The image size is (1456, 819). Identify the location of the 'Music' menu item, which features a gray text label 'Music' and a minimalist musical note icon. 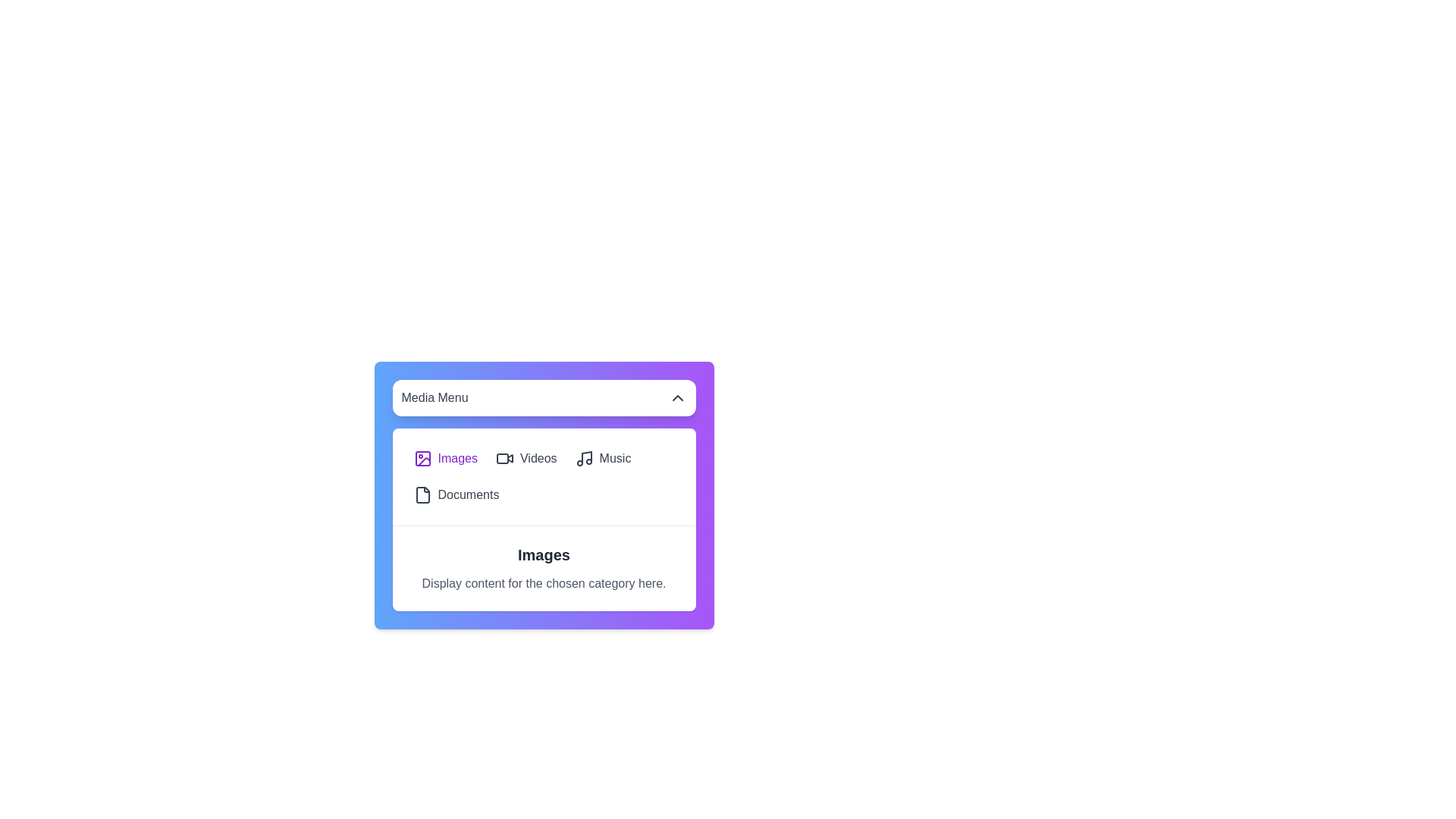
(602, 458).